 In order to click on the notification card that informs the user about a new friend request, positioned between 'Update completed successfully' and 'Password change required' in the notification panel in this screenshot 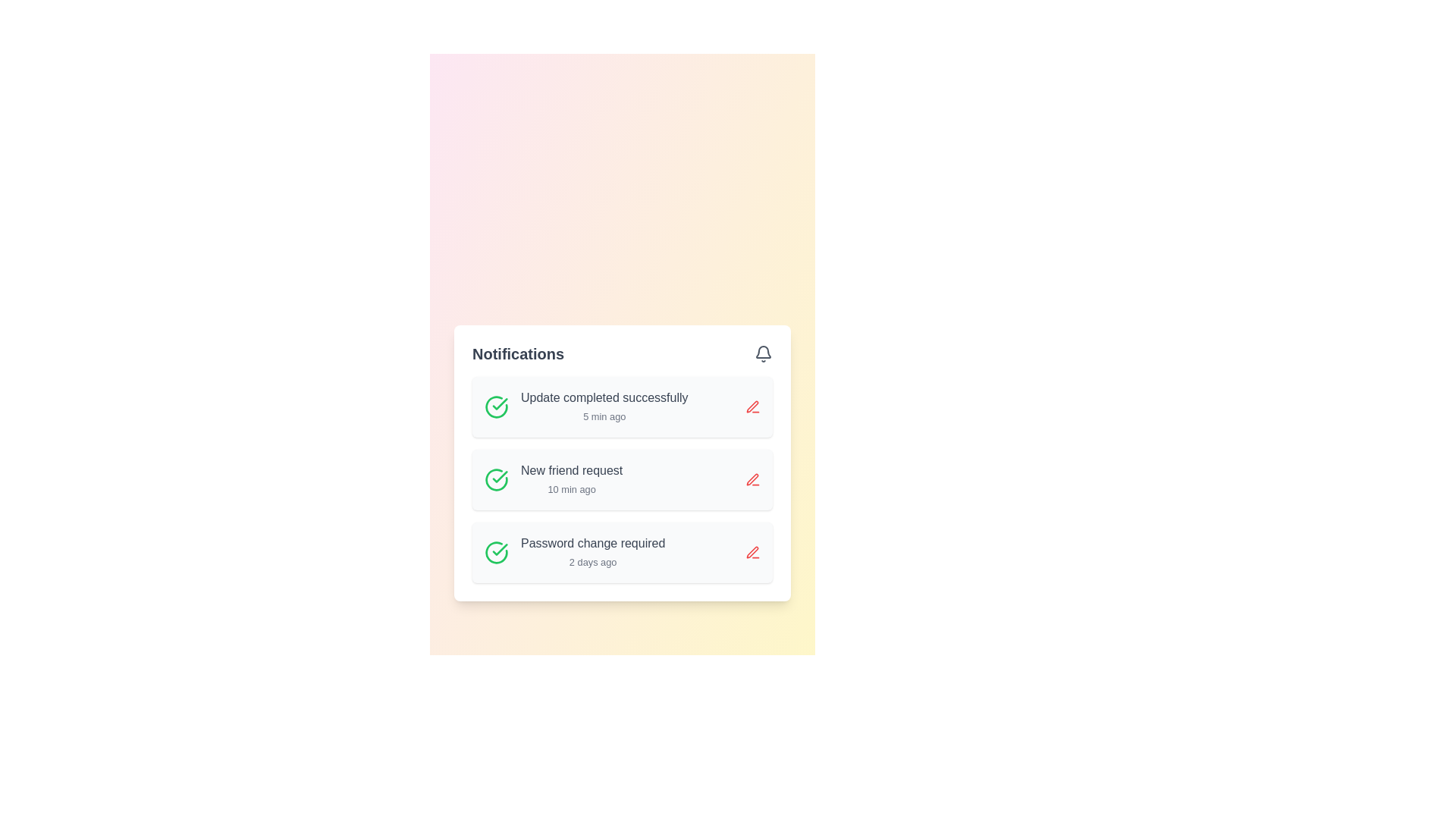, I will do `click(571, 479)`.